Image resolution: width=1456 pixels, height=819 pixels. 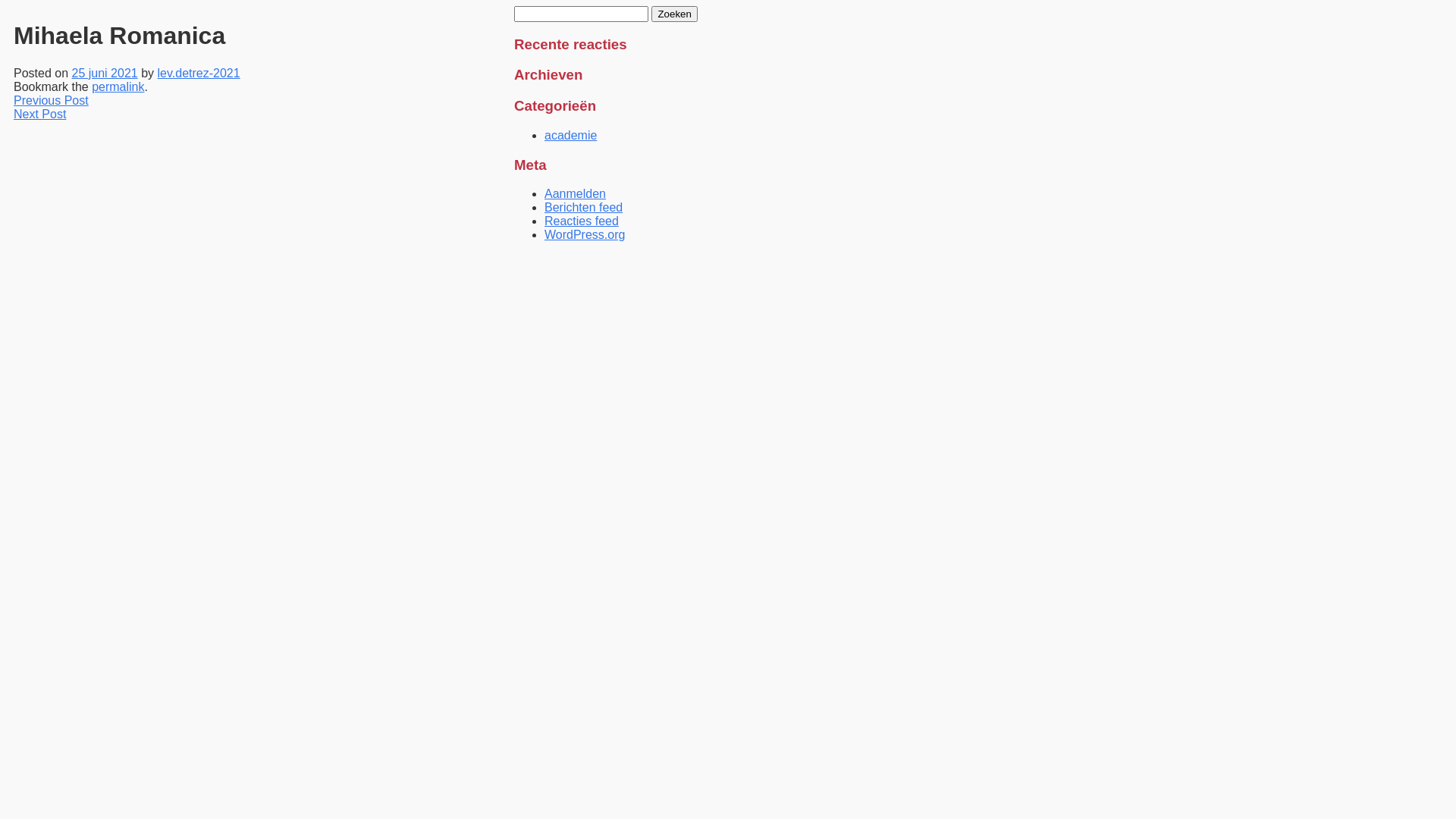 What do you see at coordinates (574, 193) in the screenshot?
I see `'Aanmelden'` at bounding box center [574, 193].